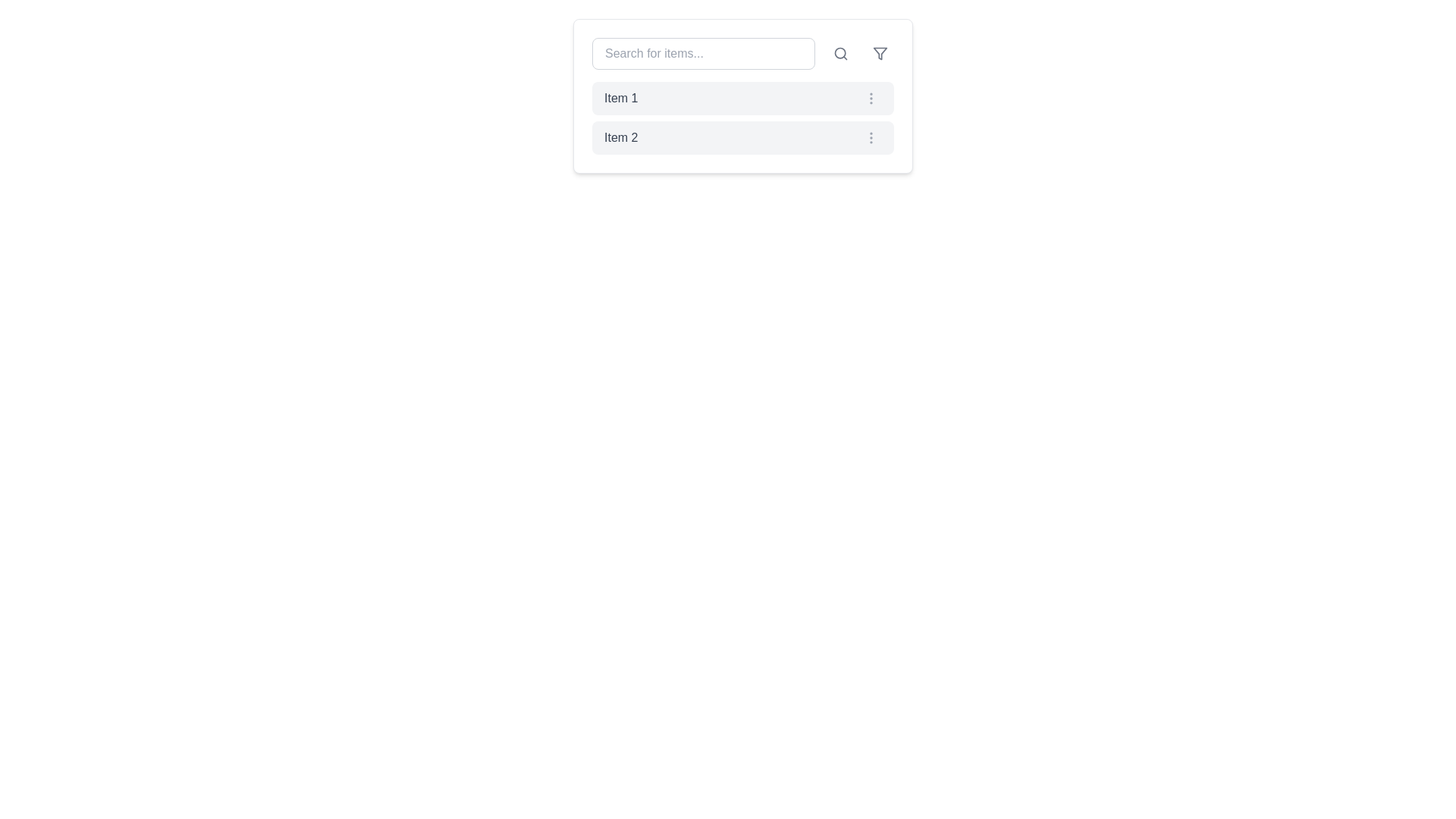 The height and width of the screenshot is (819, 1456). Describe the element at coordinates (839, 52) in the screenshot. I see `the small circular search icon with a minimalist line design located next to the text input box to initiate search` at that location.